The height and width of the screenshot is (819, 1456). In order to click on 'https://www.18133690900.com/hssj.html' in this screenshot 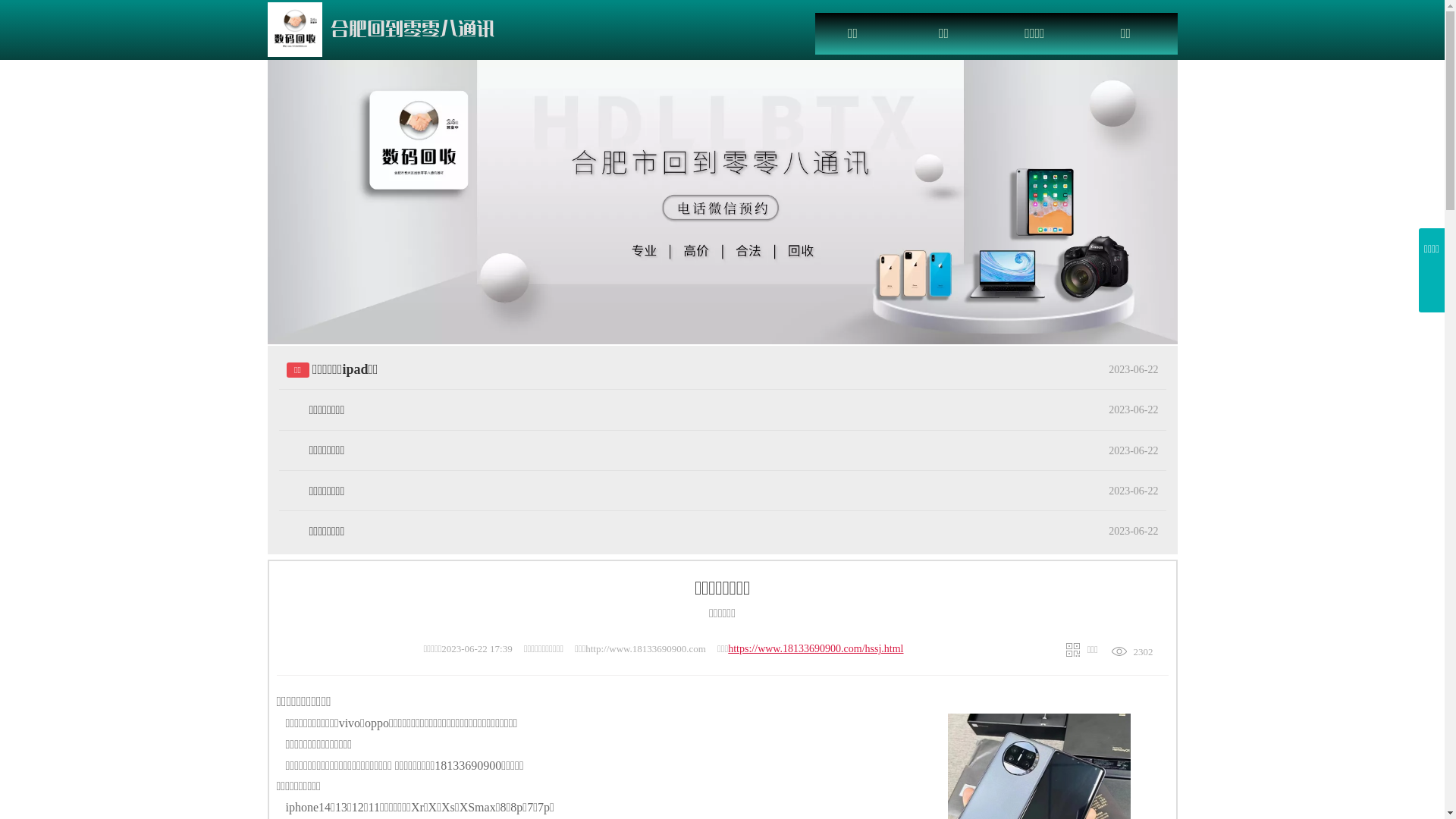, I will do `click(814, 648)`.